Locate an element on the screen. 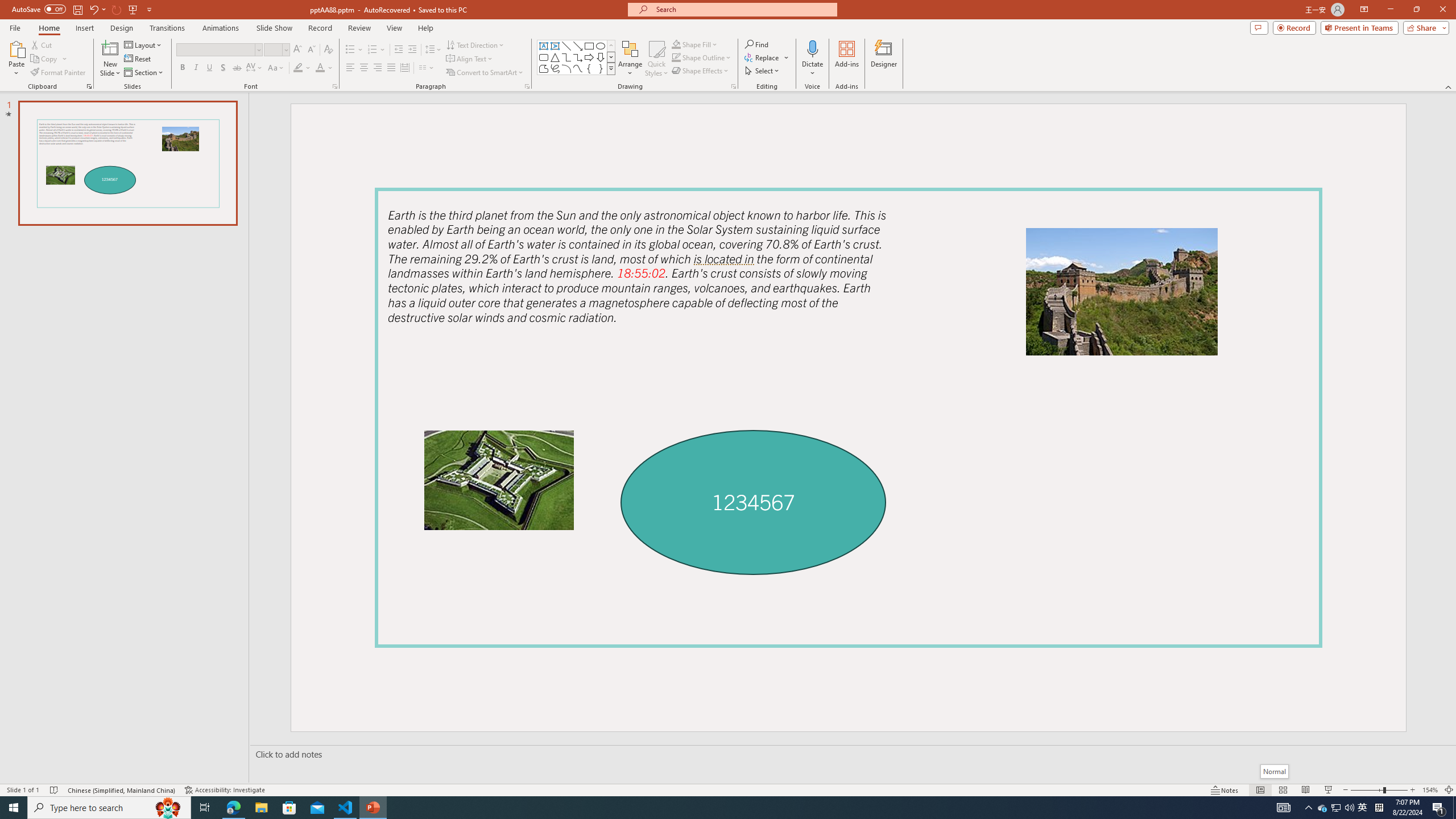  'Decrease Indent' is located at coordinates (399, 49).